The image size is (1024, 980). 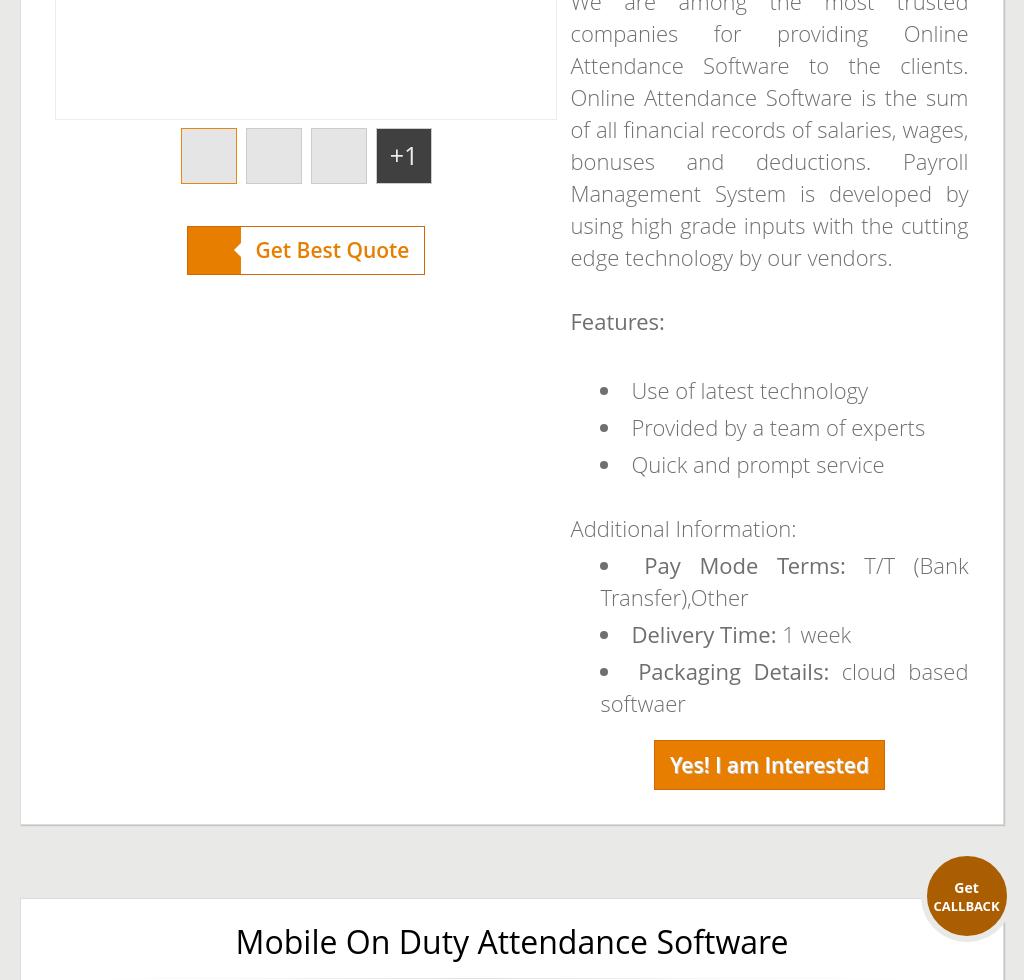 What do you see at coordinates (748, 390) in the screenshot?
I see `'Use of latest technology'` at bounding box center [748, 390].